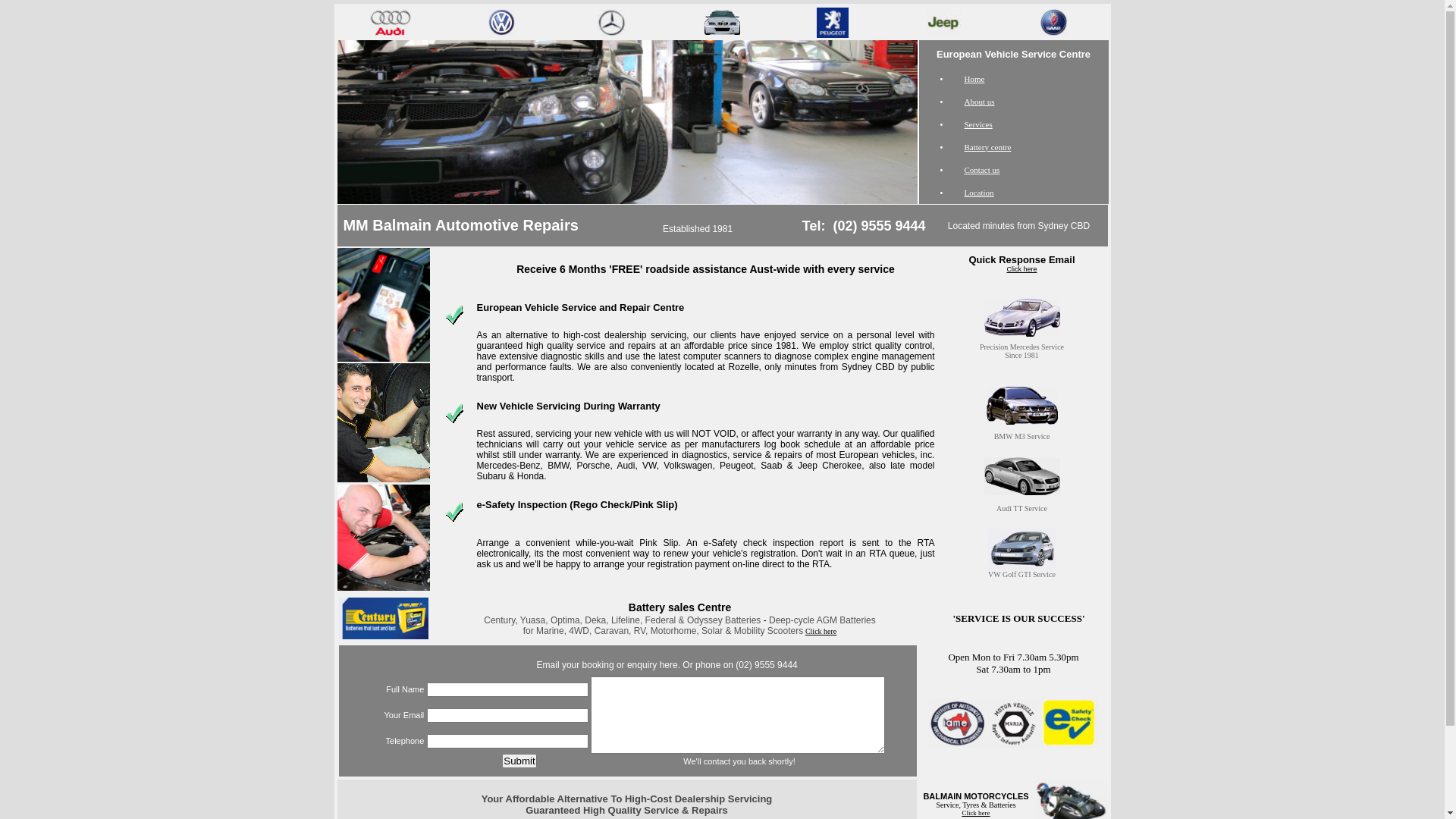  I want to click on 'e-Safety Inspection (Rego Check/Pink Slip)', so click(475, 505).